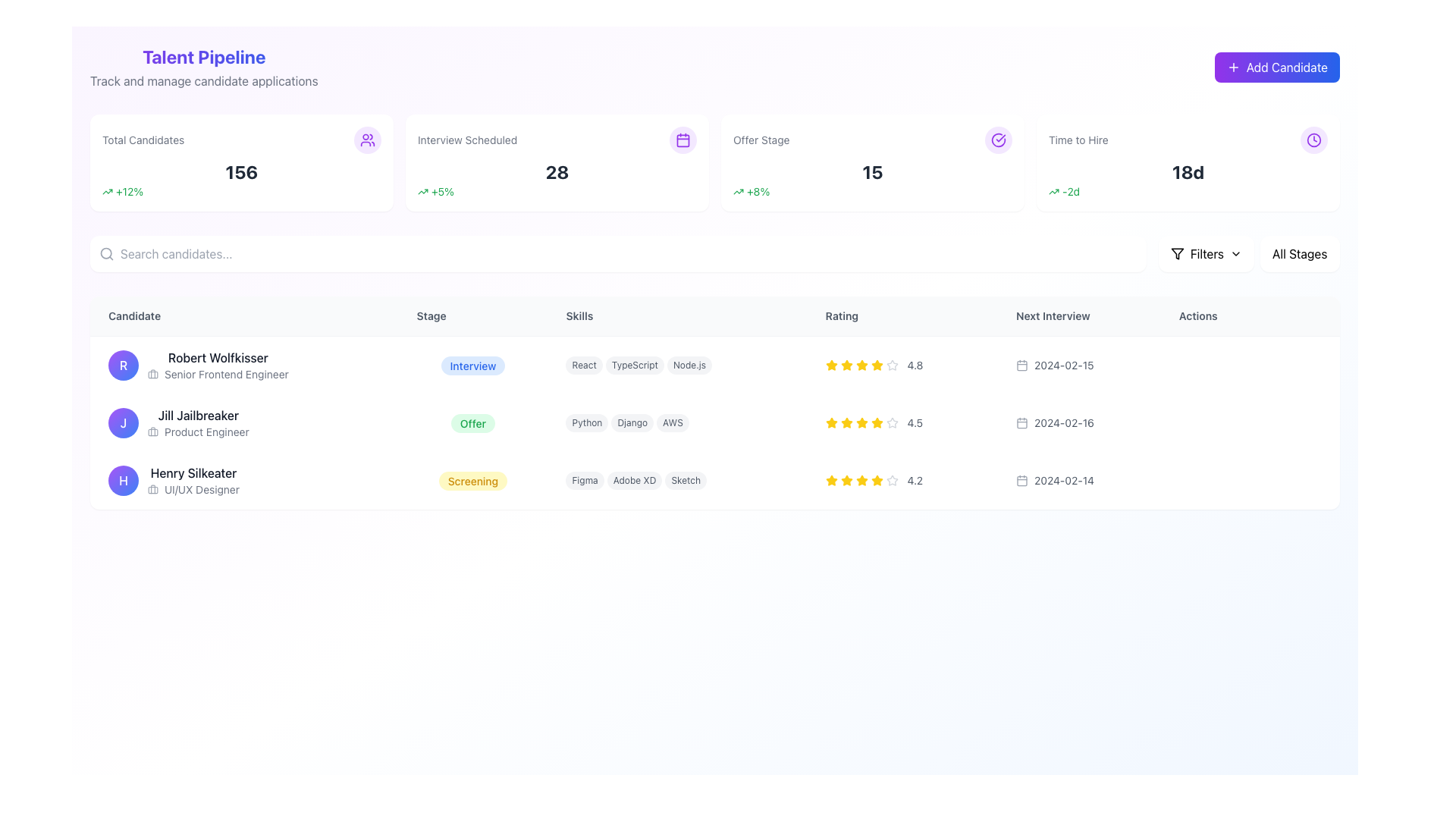 Image resolution: width=1456 pixels, height=819 pixels. What do you see at coordinates (846, 422) in the screenshot?
I see `the yellow star icon in the Rating column for the candidate 'Jill Jailbreaker' to rate it` at bounding box center [846, 422].